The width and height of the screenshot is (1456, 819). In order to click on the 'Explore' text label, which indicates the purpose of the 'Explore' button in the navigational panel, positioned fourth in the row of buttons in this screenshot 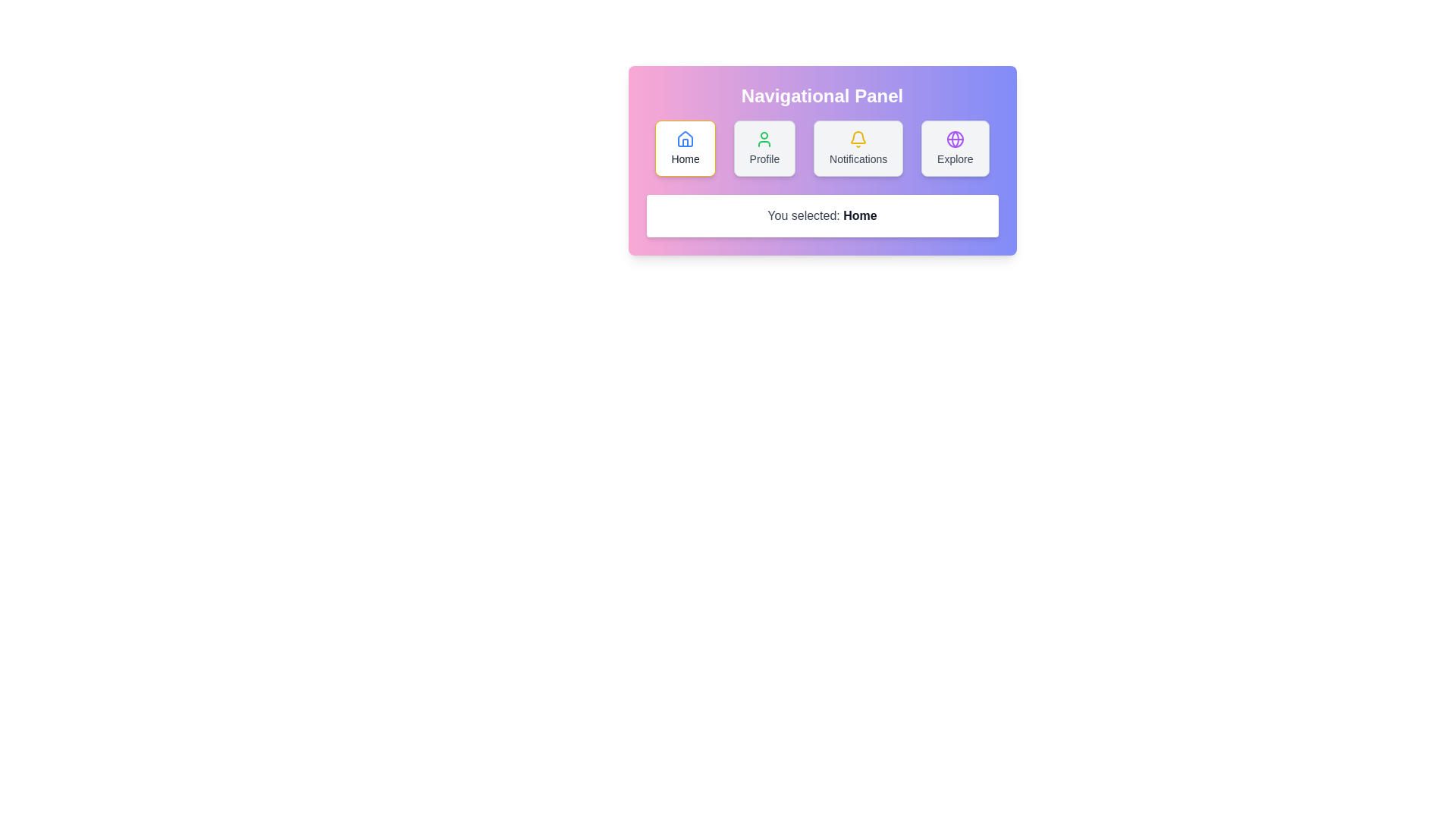, I will do `click(954, 158)`.